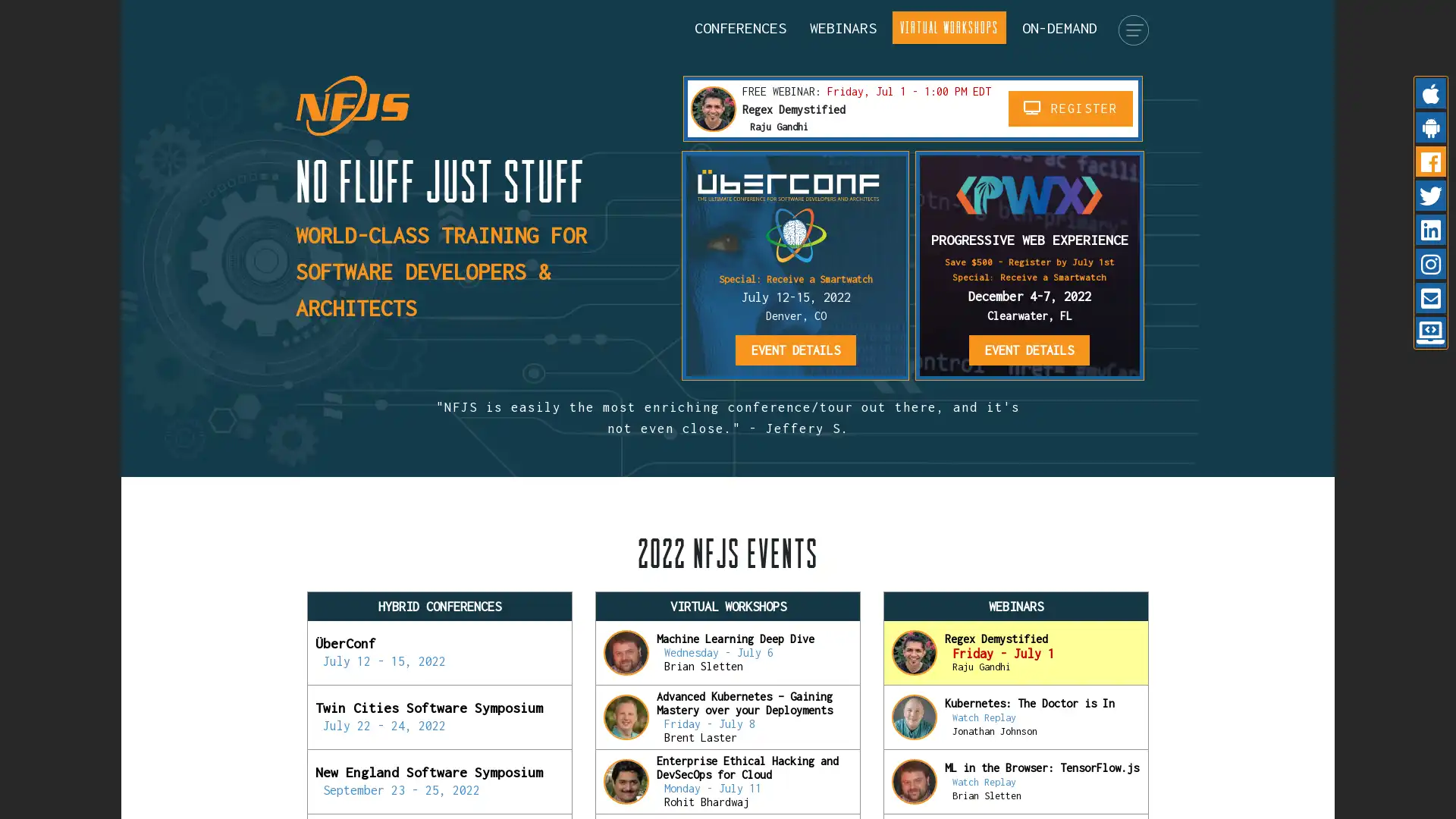 The image size is (1456, 819). Describe the element at coordinates (1133, 30) in the screenshot. I see `menu` at that location.